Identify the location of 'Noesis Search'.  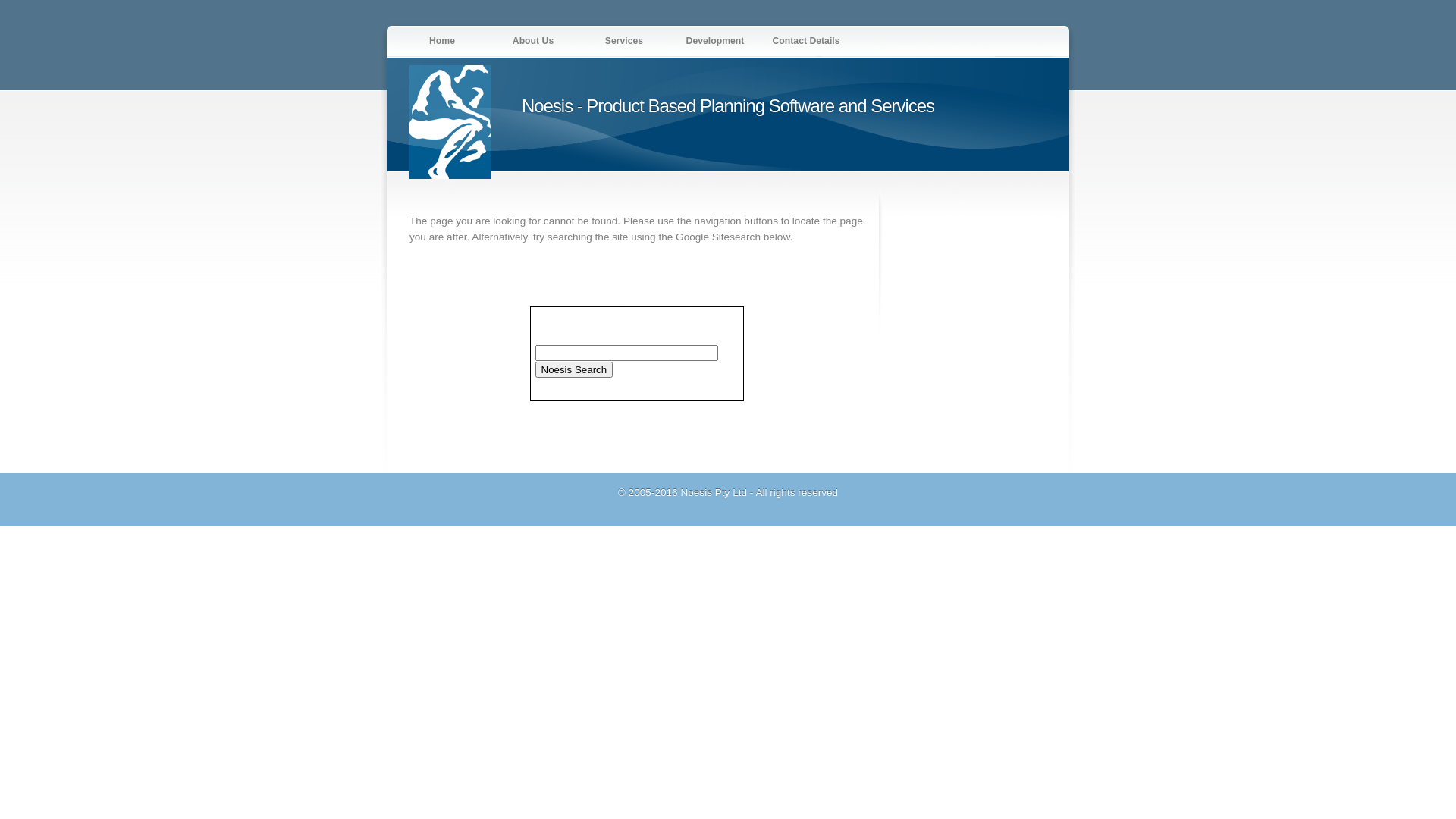
(535, 369).